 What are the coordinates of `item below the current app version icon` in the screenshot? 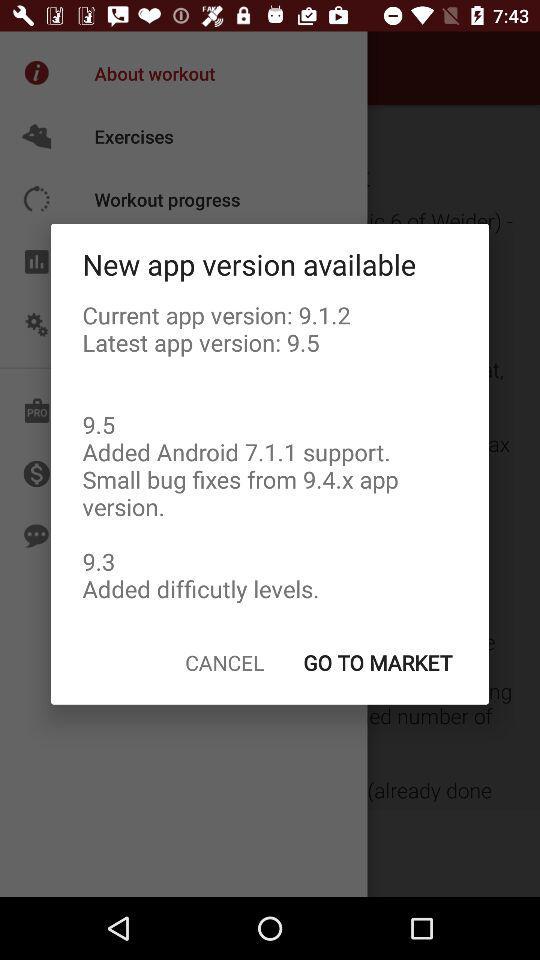 It's located at (377, 662).